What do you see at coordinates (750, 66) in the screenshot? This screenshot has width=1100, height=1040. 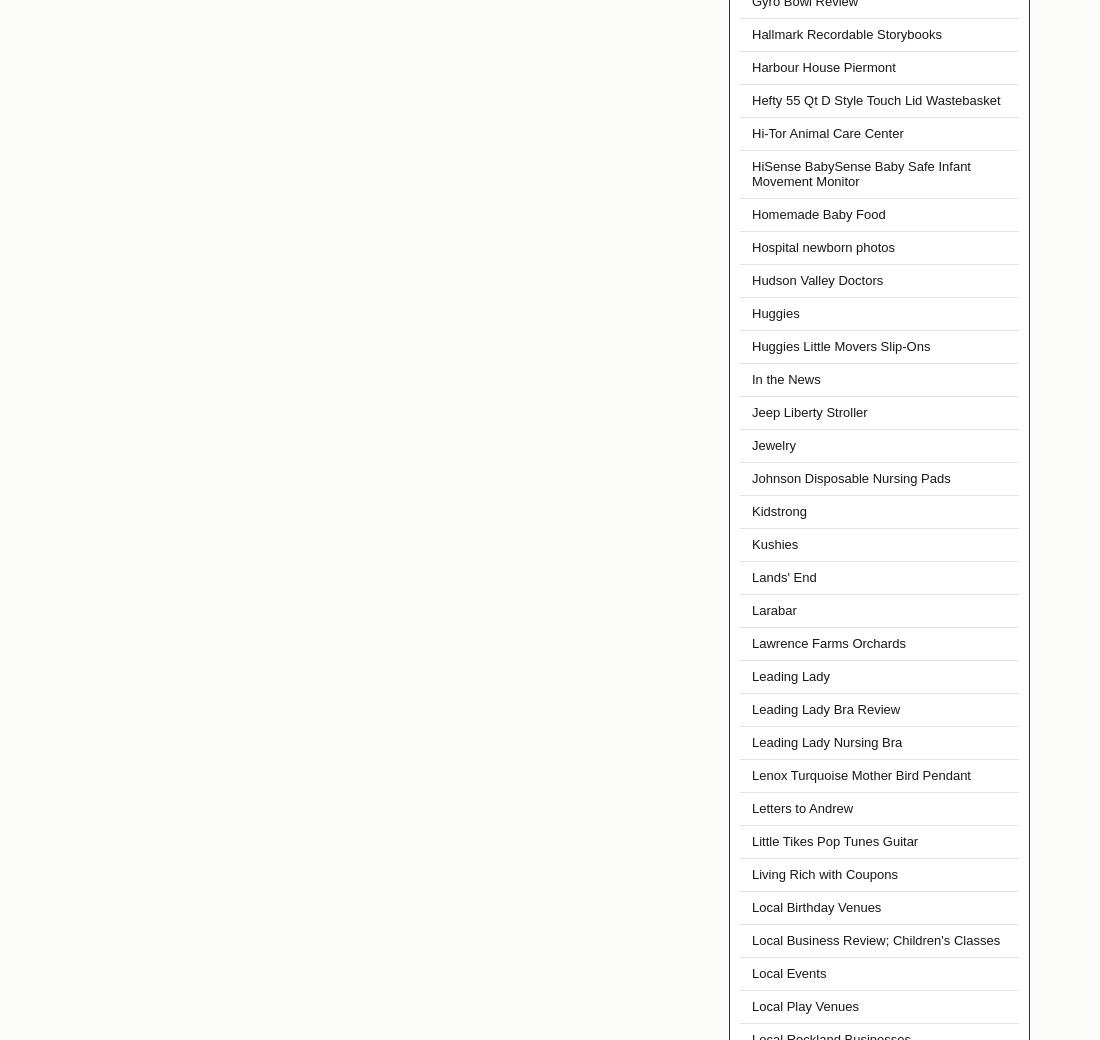 I see `'Harbour House Piermont'` at bounding box center [750, 66].